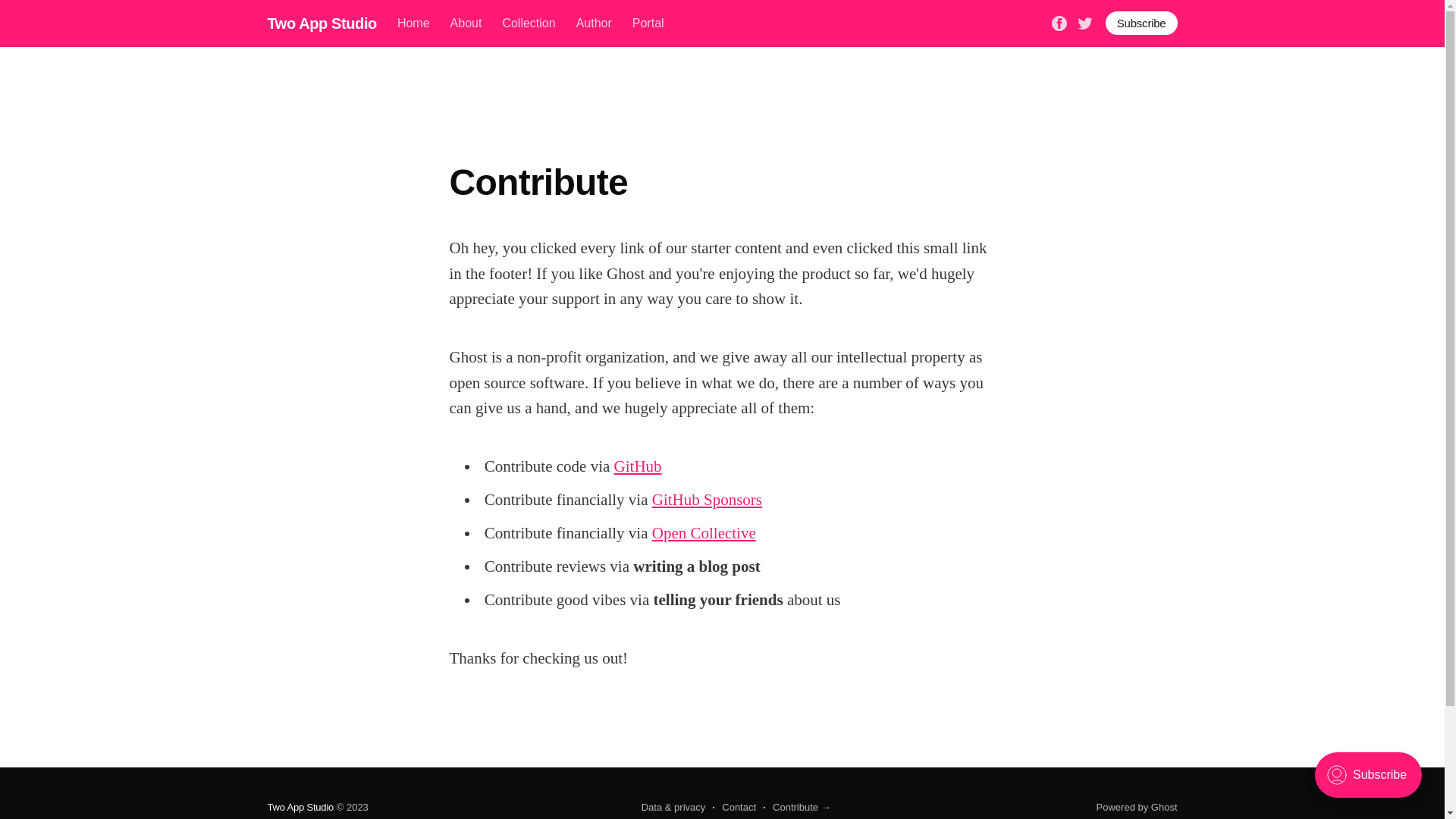 Image resolution: width=1456 pixels, height=819 pixels. I want to click on 'Collection', so click(528, 23).